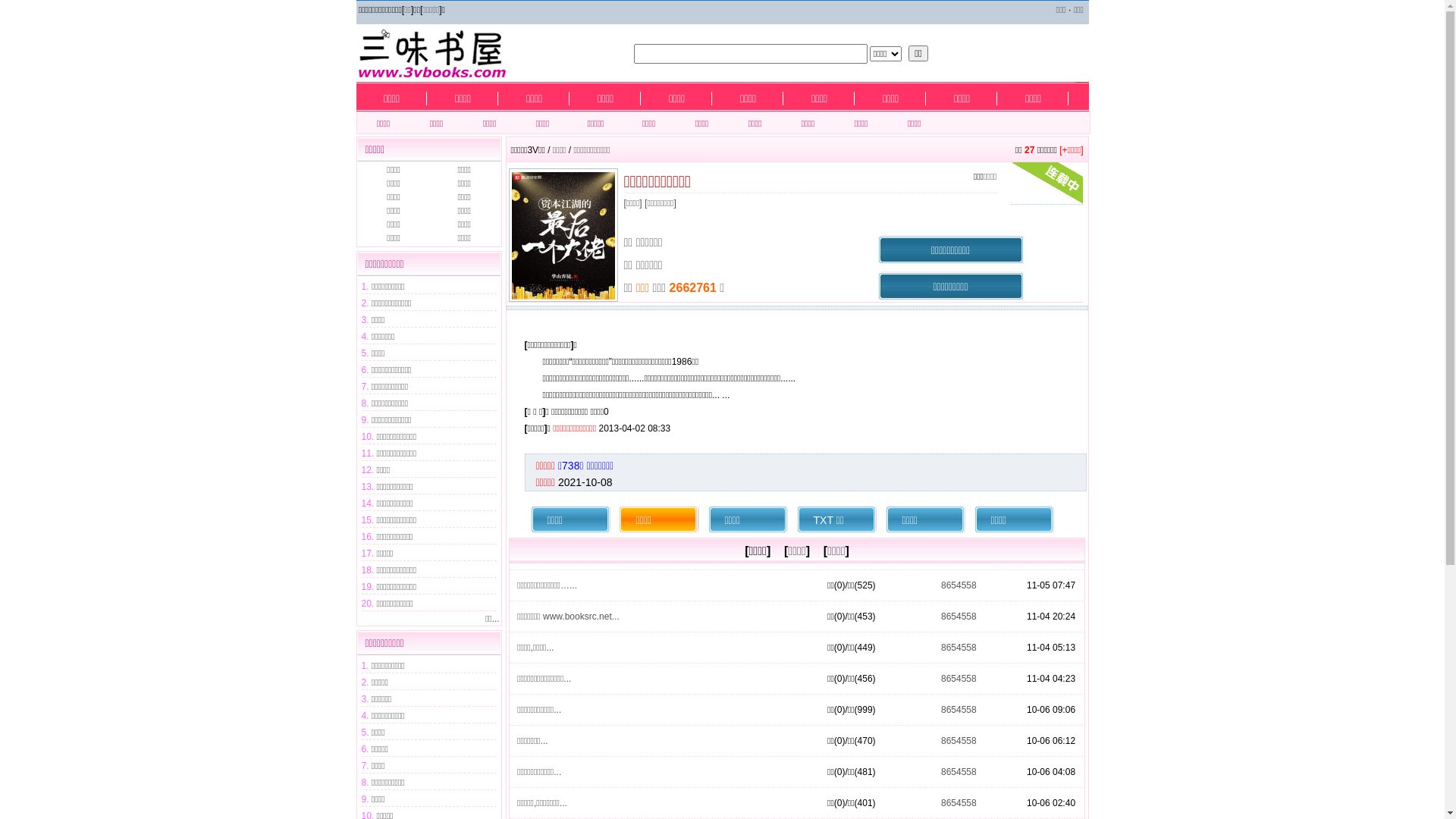 The height and width of the screenshot is (819, 1456). Describe the element at coordinates (940, 617) in the screenshot. I see `'8654558'` at that location.